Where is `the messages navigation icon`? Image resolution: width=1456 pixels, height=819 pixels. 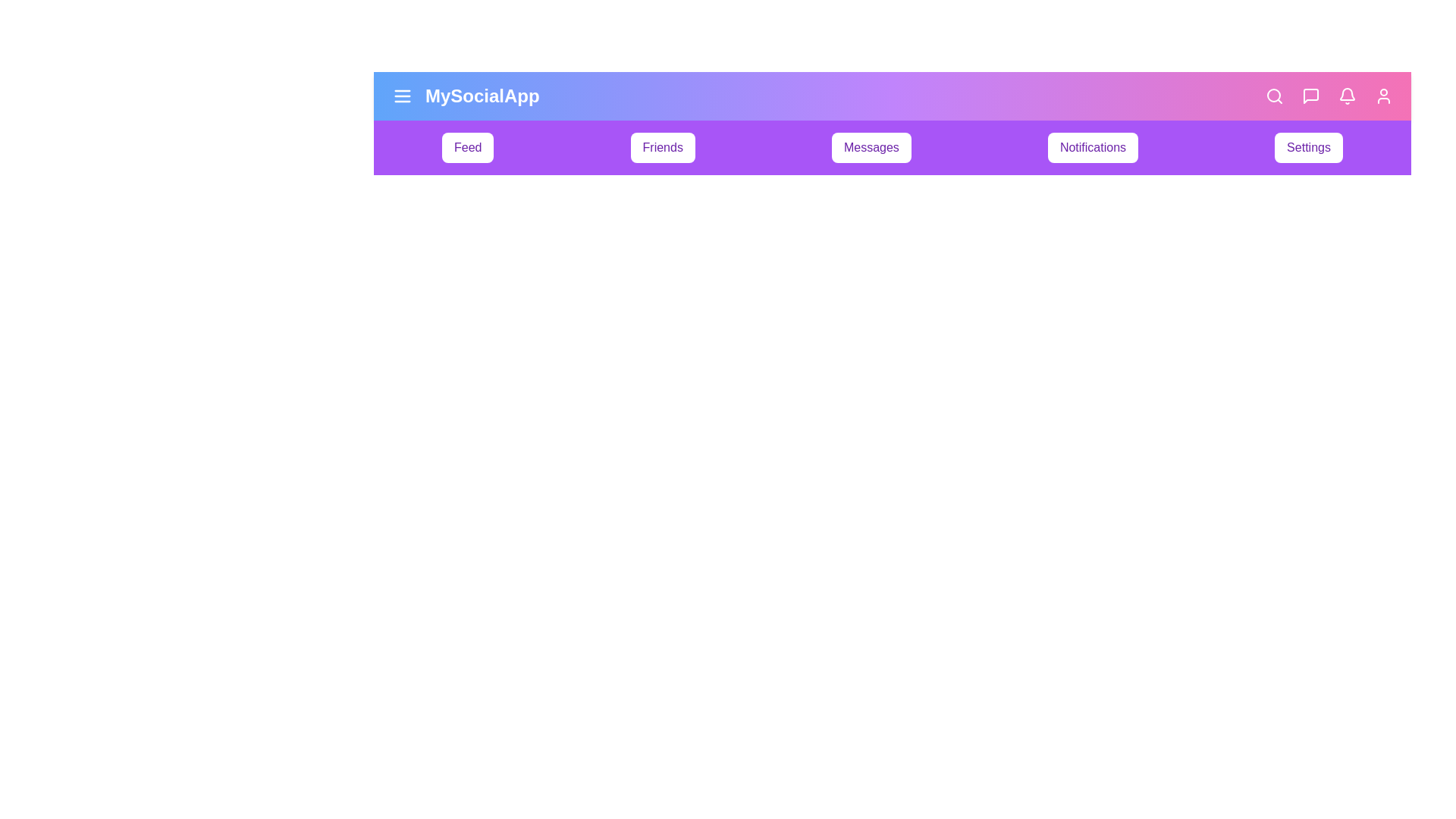 the messages navigation icon is located at coordinates (1310, 96).